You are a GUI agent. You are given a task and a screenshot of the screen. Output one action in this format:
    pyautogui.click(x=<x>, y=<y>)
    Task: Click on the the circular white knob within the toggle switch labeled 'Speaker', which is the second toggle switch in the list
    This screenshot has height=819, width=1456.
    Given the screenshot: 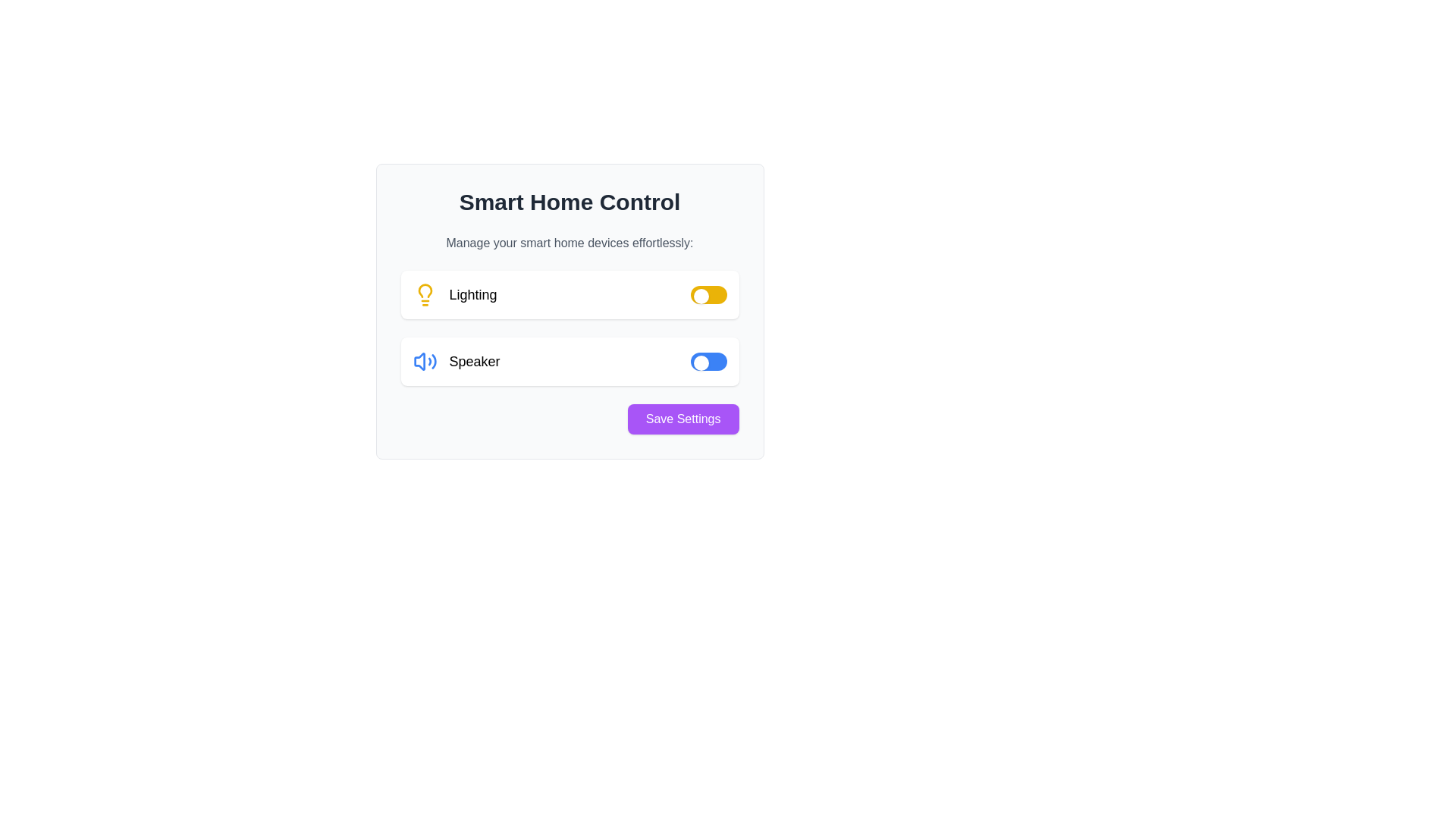 What is the action you would take?
    pyautogui.click(x=700, y=362)
    